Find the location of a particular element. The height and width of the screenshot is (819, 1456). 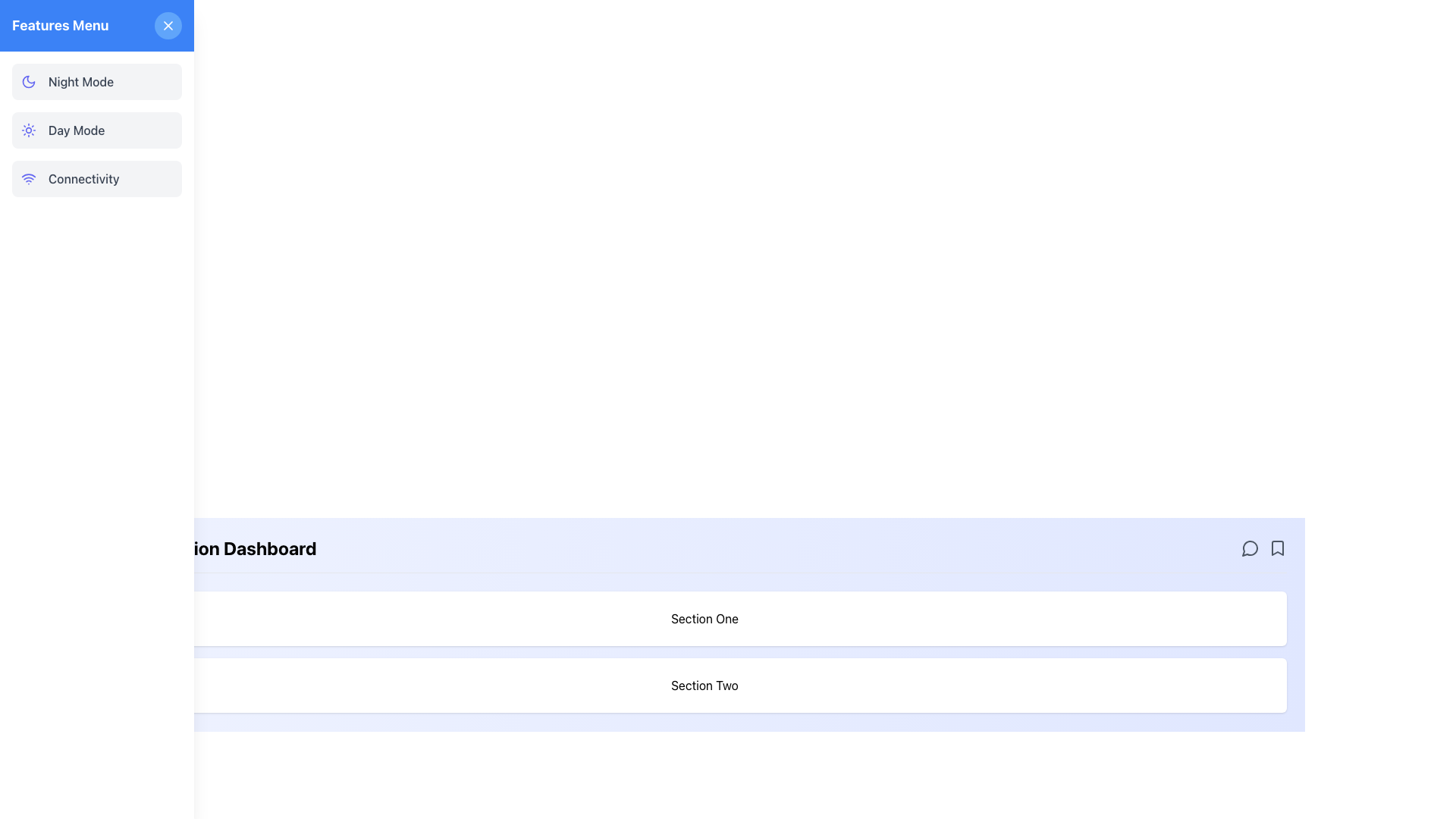

text of the label reading 'Day Mode' styled with gray color and medium font weight, located in the Features Menu side menu, following the 'Night Mode' option is located at coordinates (76, 130).